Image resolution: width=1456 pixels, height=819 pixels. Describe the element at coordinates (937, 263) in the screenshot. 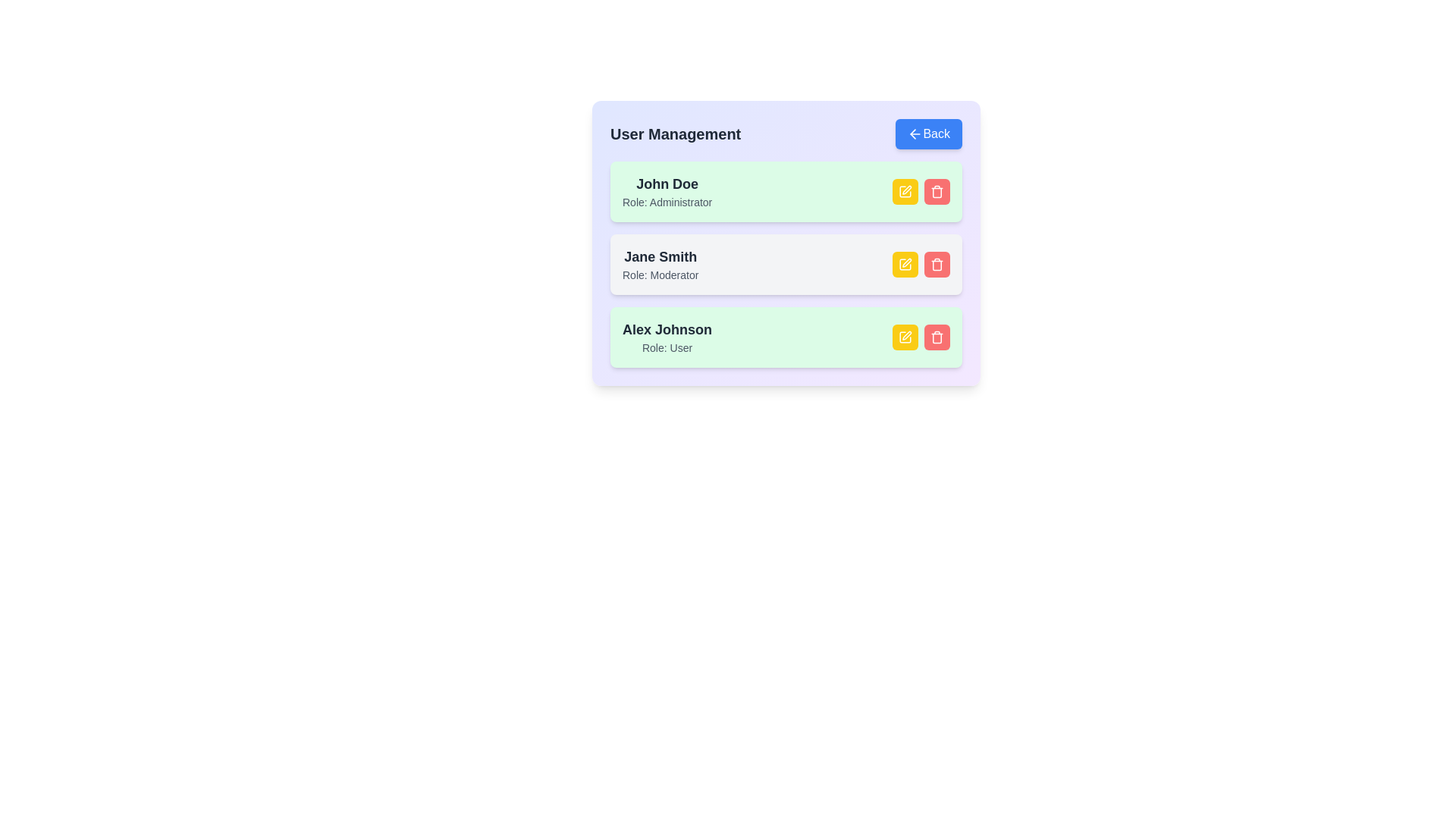

I see `delete button for the user Jane Smith` at that location.